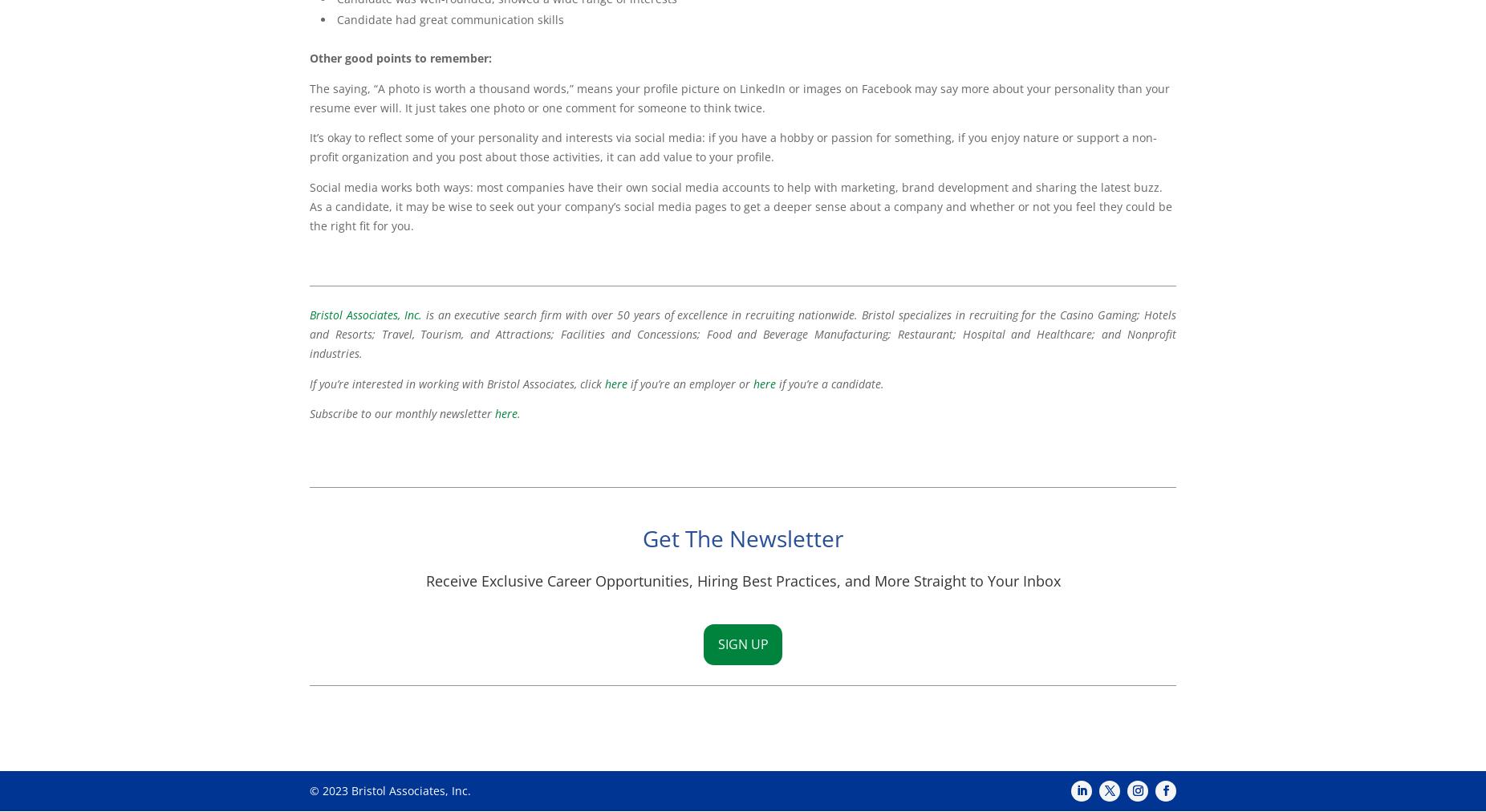  I want to click on 'is an executive search firm with over 50 years of excellence in recruiting nationwide. Bristol specializes in recruiting for the Casino Gaming; Hotels and Resorts; Travel, Tourism, and Attractions; Facilities and Concessions; Food and Beverage Manufacturing; Restaurant; Hospital and Healthcare; and Nonprofit industries.', so click(309, 334).